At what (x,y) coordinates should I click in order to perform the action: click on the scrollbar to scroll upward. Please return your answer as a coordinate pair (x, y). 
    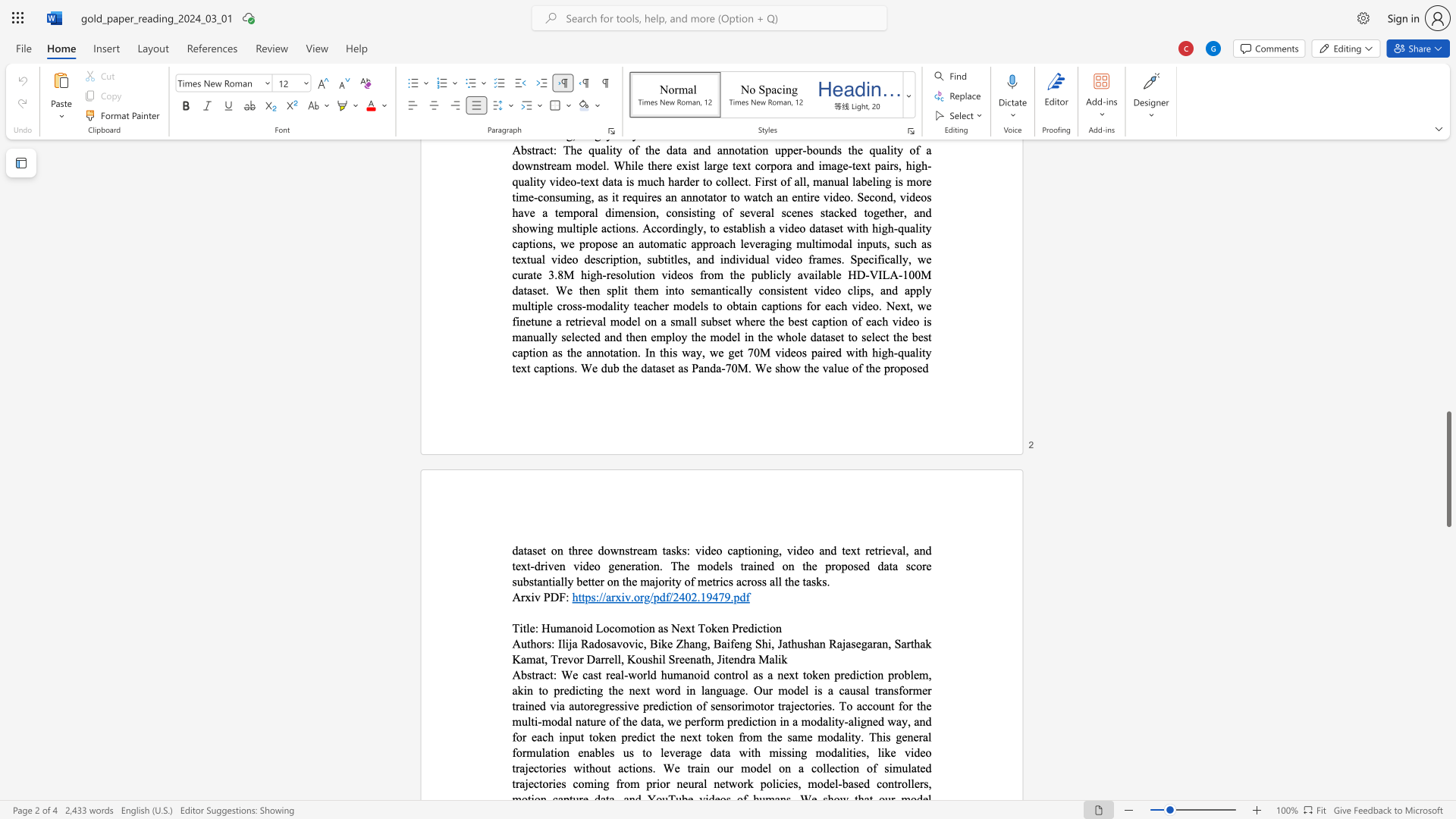
    Looking at the image, I should click on (1448, 219).